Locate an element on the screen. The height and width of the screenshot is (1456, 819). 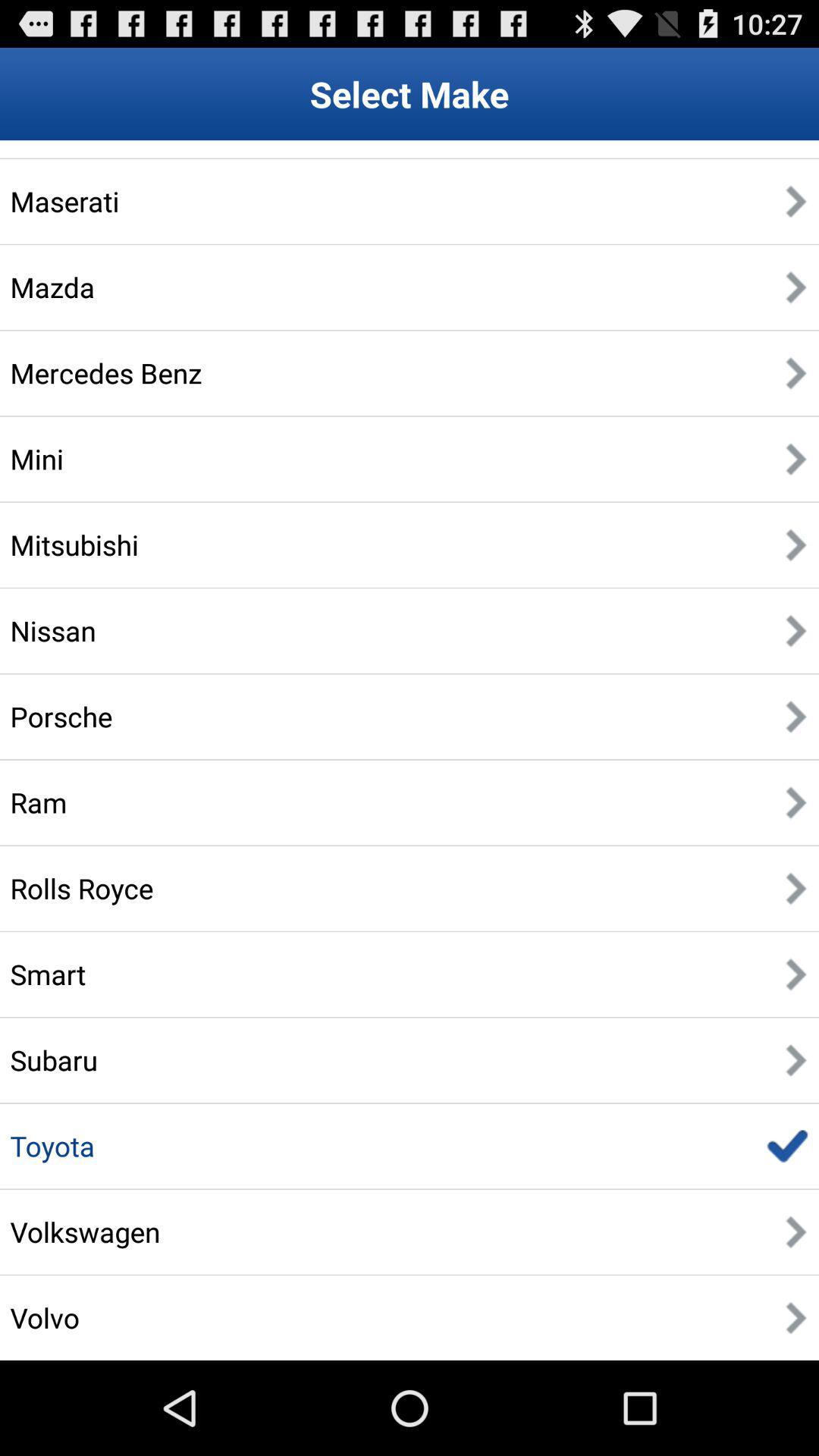
the nissan icon is located at coordinates (52, 630).